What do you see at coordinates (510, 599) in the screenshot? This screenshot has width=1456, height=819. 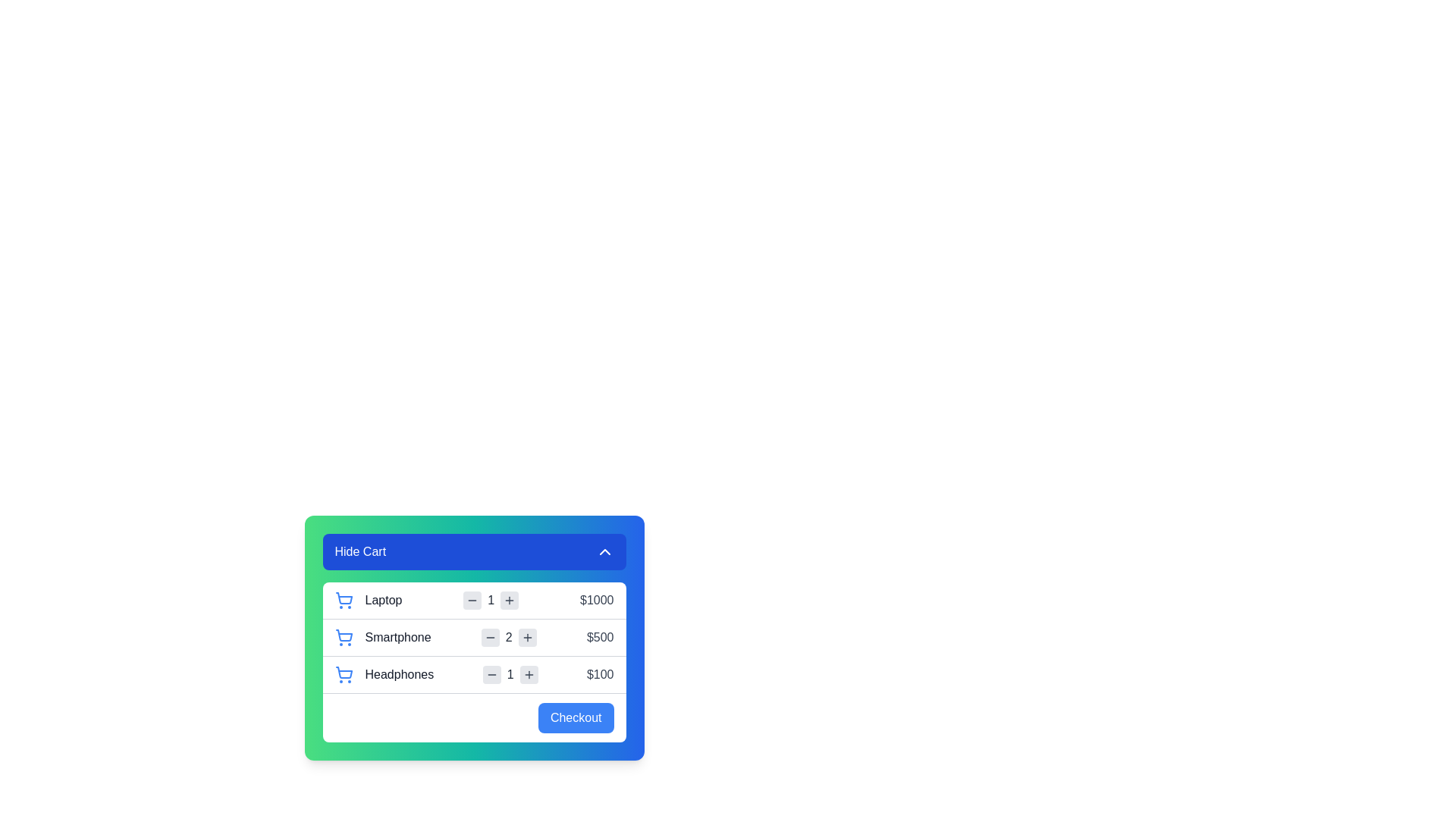 I see `the increment button for the 'Laptop' item in the shopping cart to increase the quantity` at bounding box center [510, 599].